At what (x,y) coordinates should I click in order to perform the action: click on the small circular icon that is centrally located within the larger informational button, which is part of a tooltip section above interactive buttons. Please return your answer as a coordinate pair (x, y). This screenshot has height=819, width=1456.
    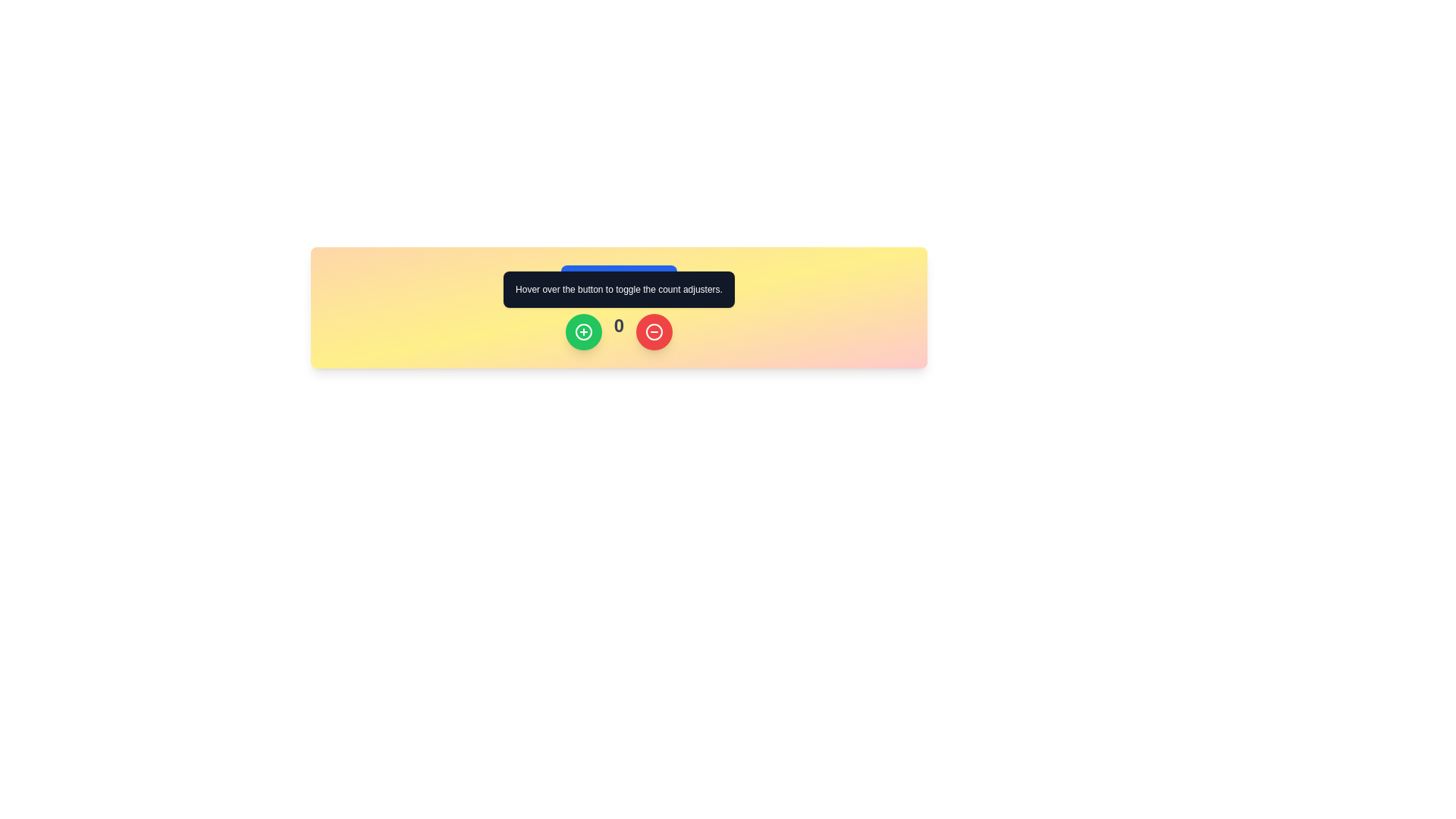
    Looking at the image, I should click on (580, 281).